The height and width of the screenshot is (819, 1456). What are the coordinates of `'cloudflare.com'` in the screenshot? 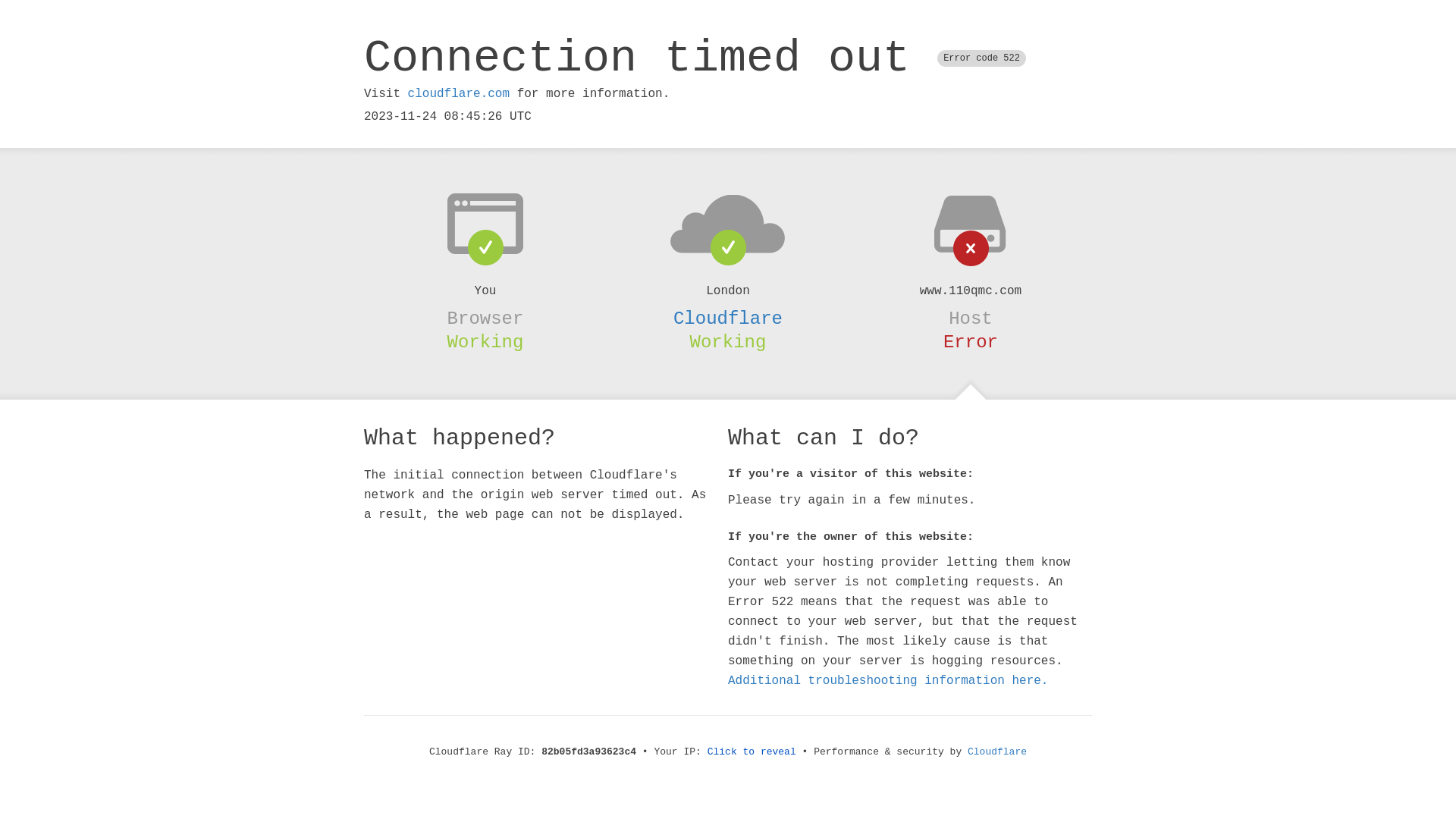 It's located at (457, 93).